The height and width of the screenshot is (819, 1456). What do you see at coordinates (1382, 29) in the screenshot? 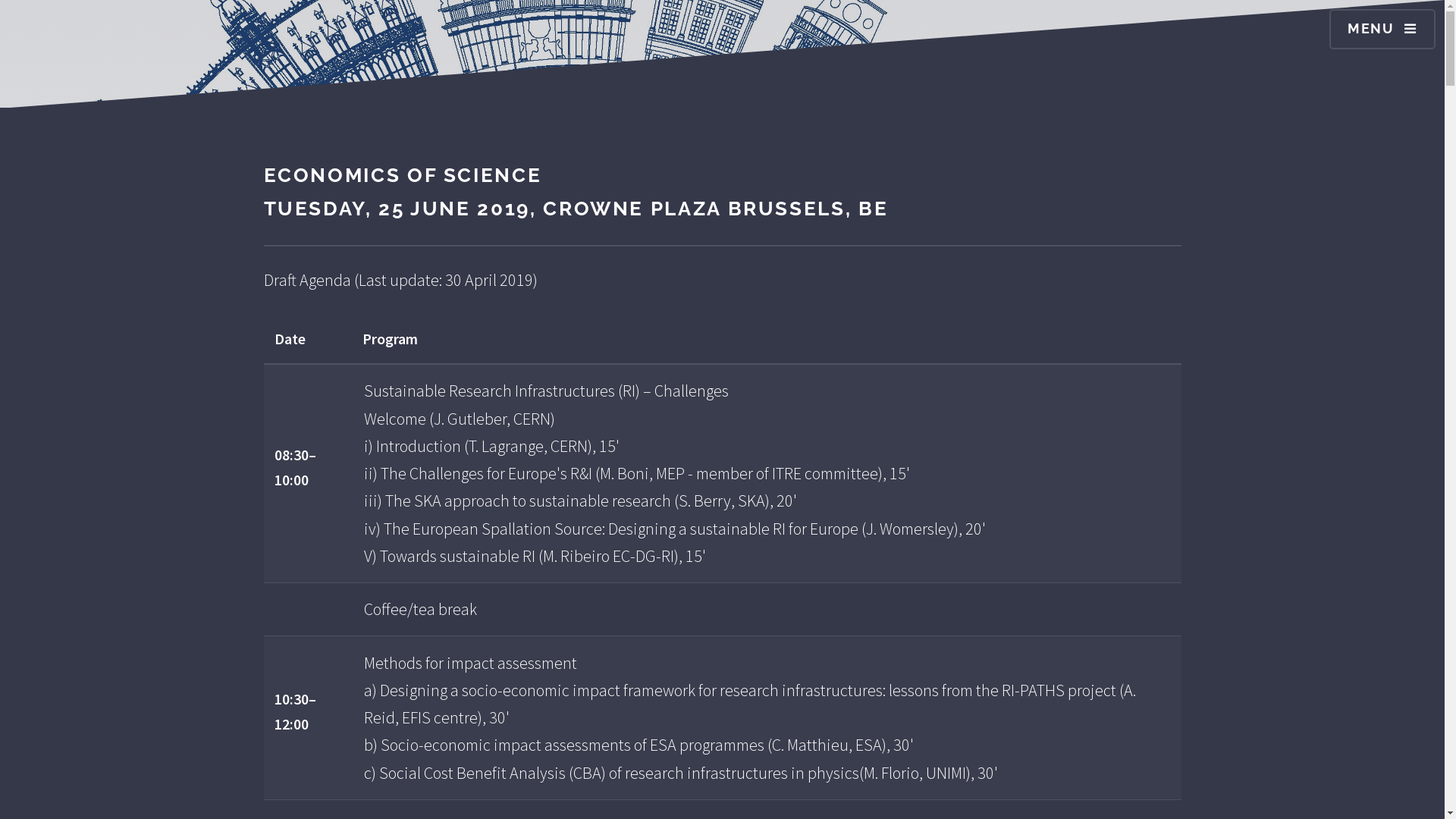
I see `'MENU'` at bounding box center [1382, 29].